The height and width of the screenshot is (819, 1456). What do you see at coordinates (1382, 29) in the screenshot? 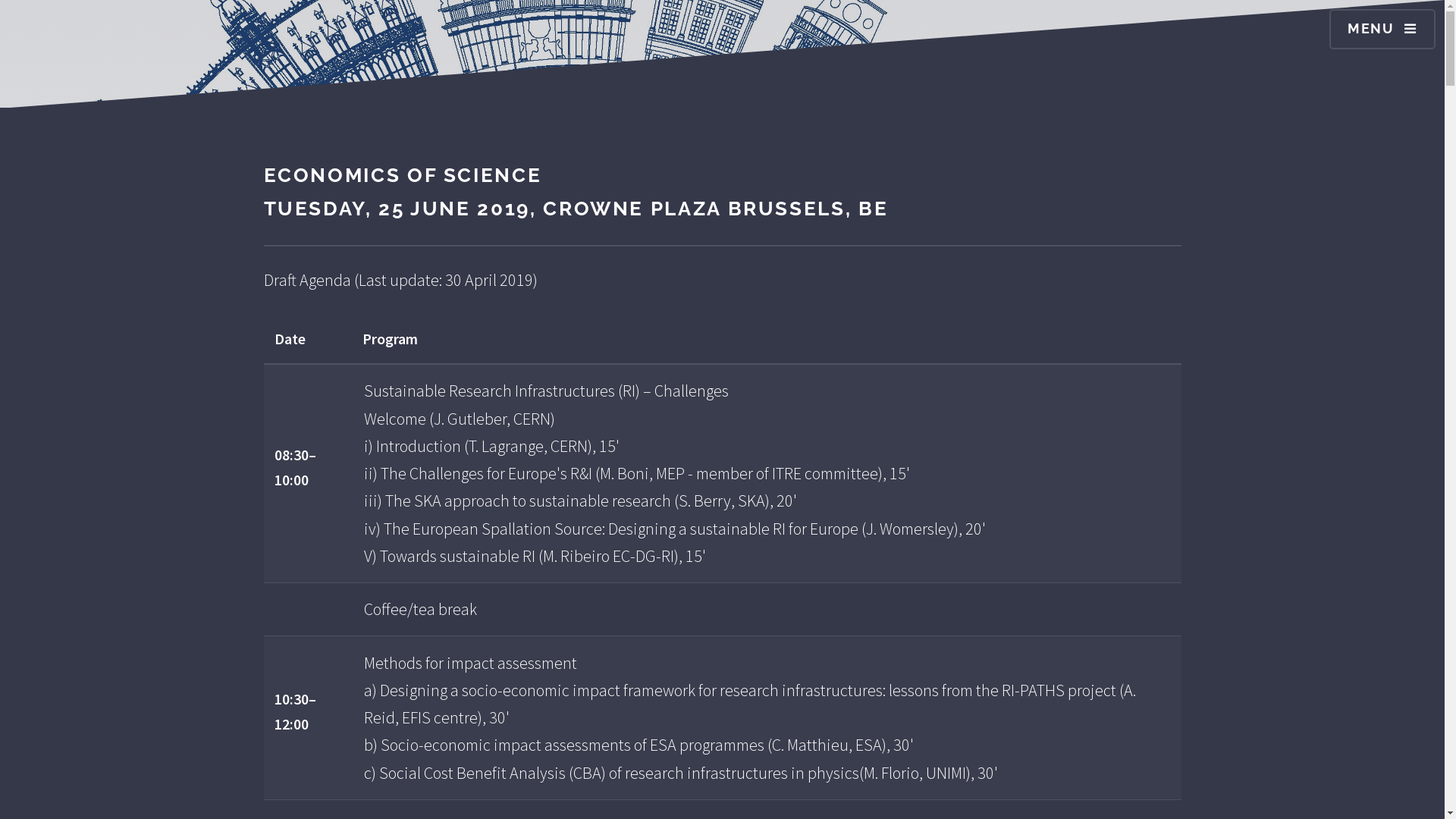
I see `'MENU'` at bounding box center [1382, 29].